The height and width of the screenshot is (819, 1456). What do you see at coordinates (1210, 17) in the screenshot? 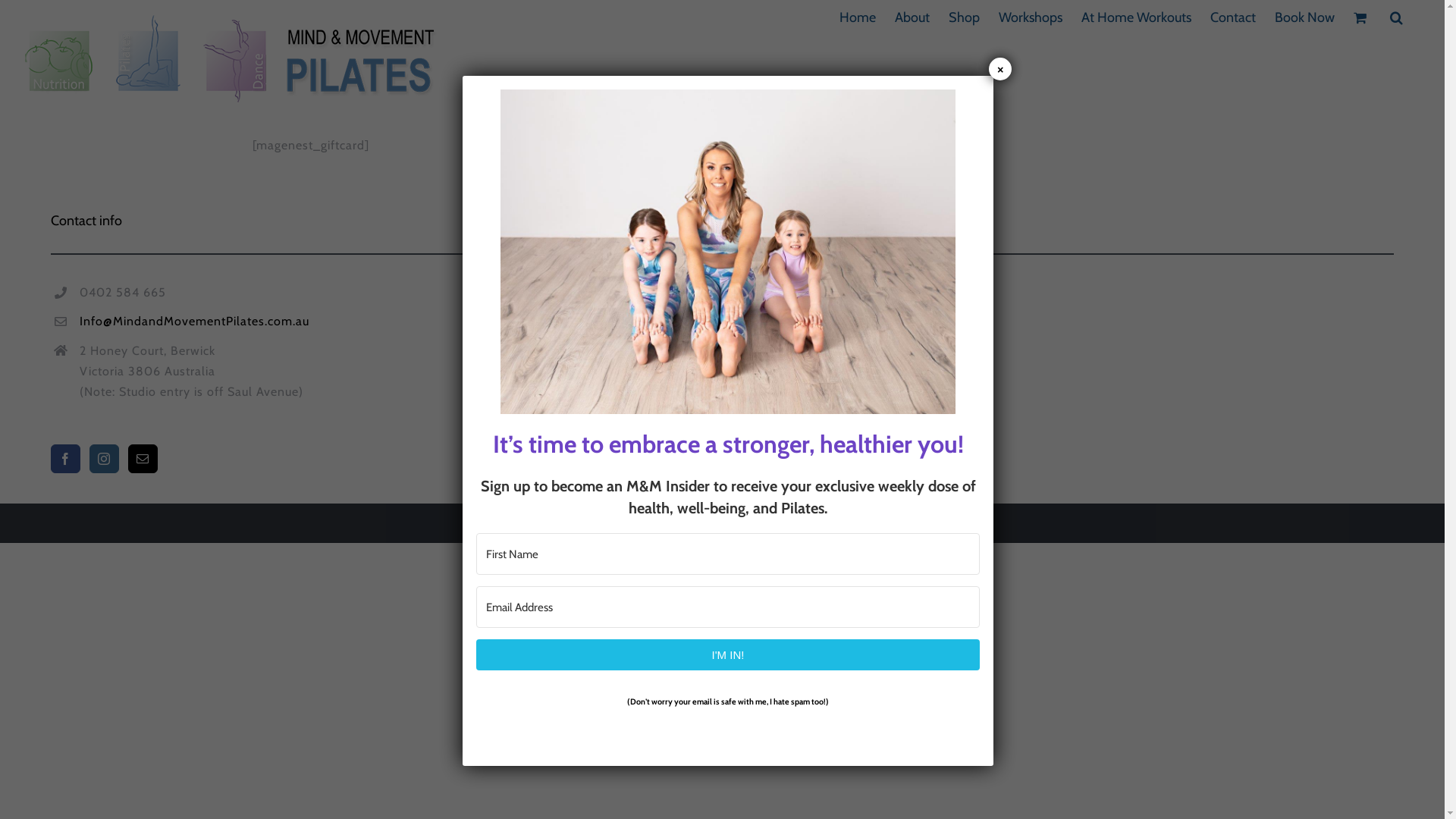
I see `'Contact'` at bounding box center [1210, 17].